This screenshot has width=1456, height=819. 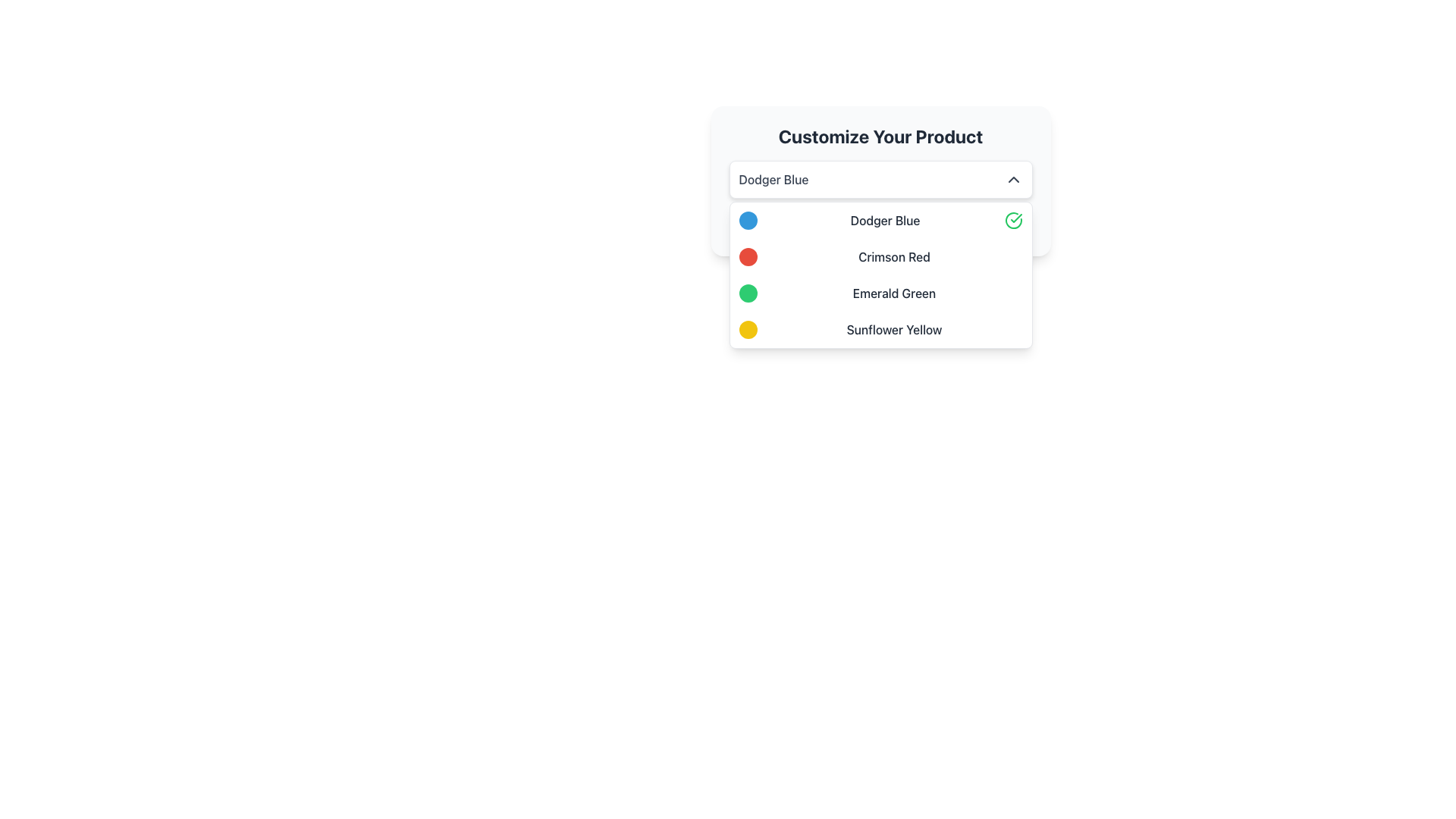 I want to click on the 'Emerald Green' option, so click(x=880, y=293).